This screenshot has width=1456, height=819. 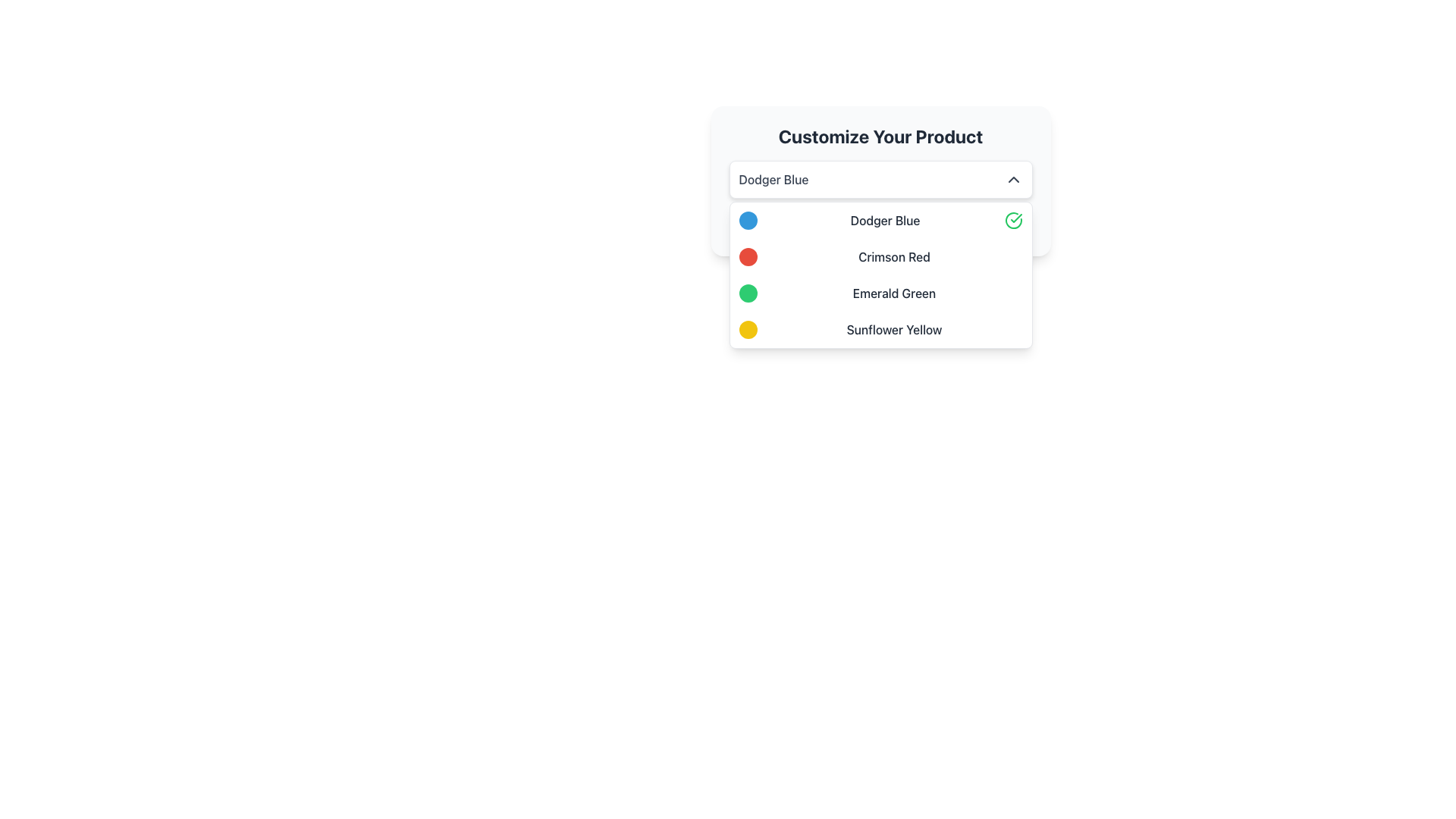 I want to click on the 'Emerald Green' option, so click(x=880, y=293).